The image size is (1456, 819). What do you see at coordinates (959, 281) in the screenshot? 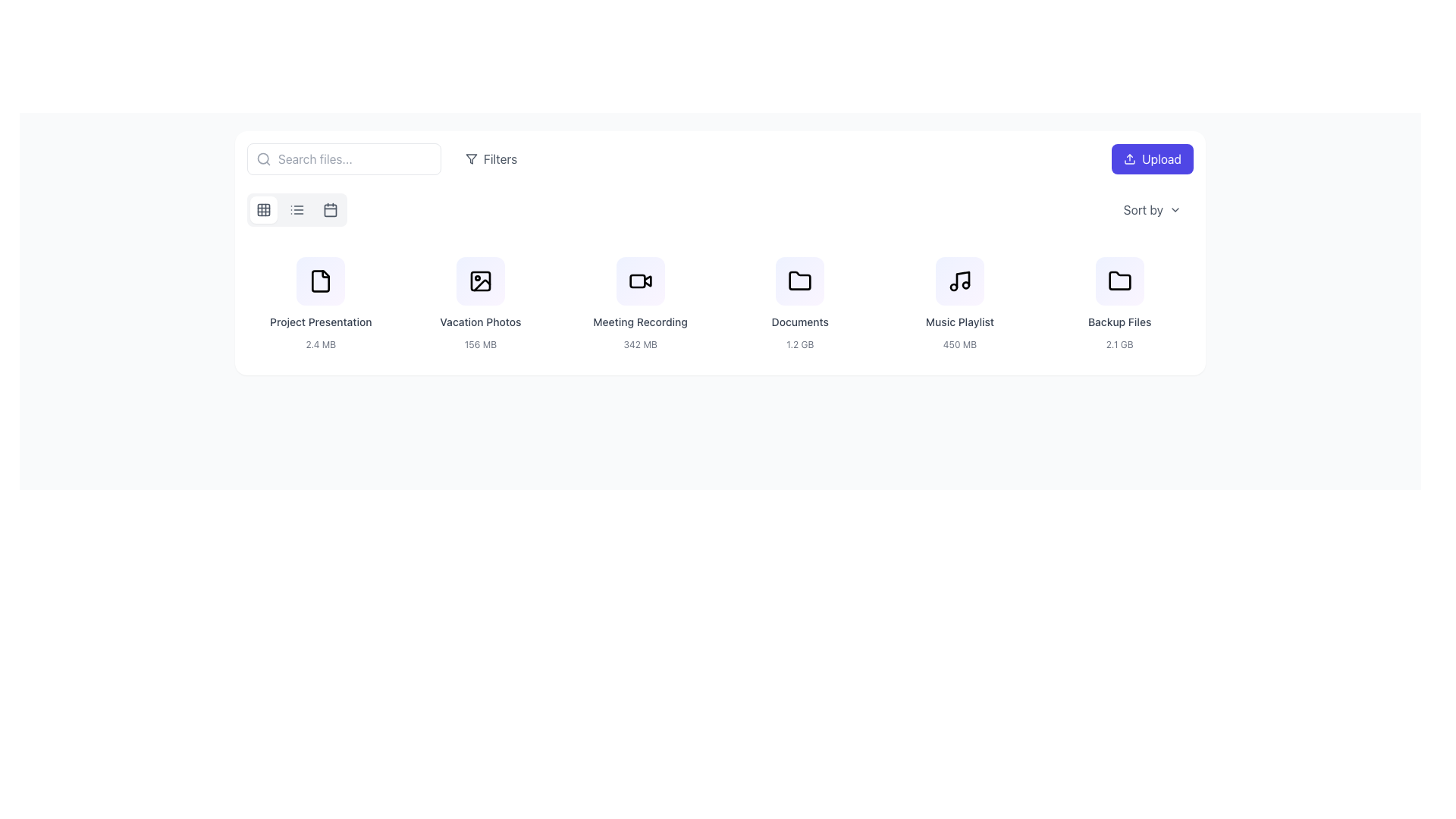
I see `the 'Music Playlist' icon` at bounding box center [959, 281].